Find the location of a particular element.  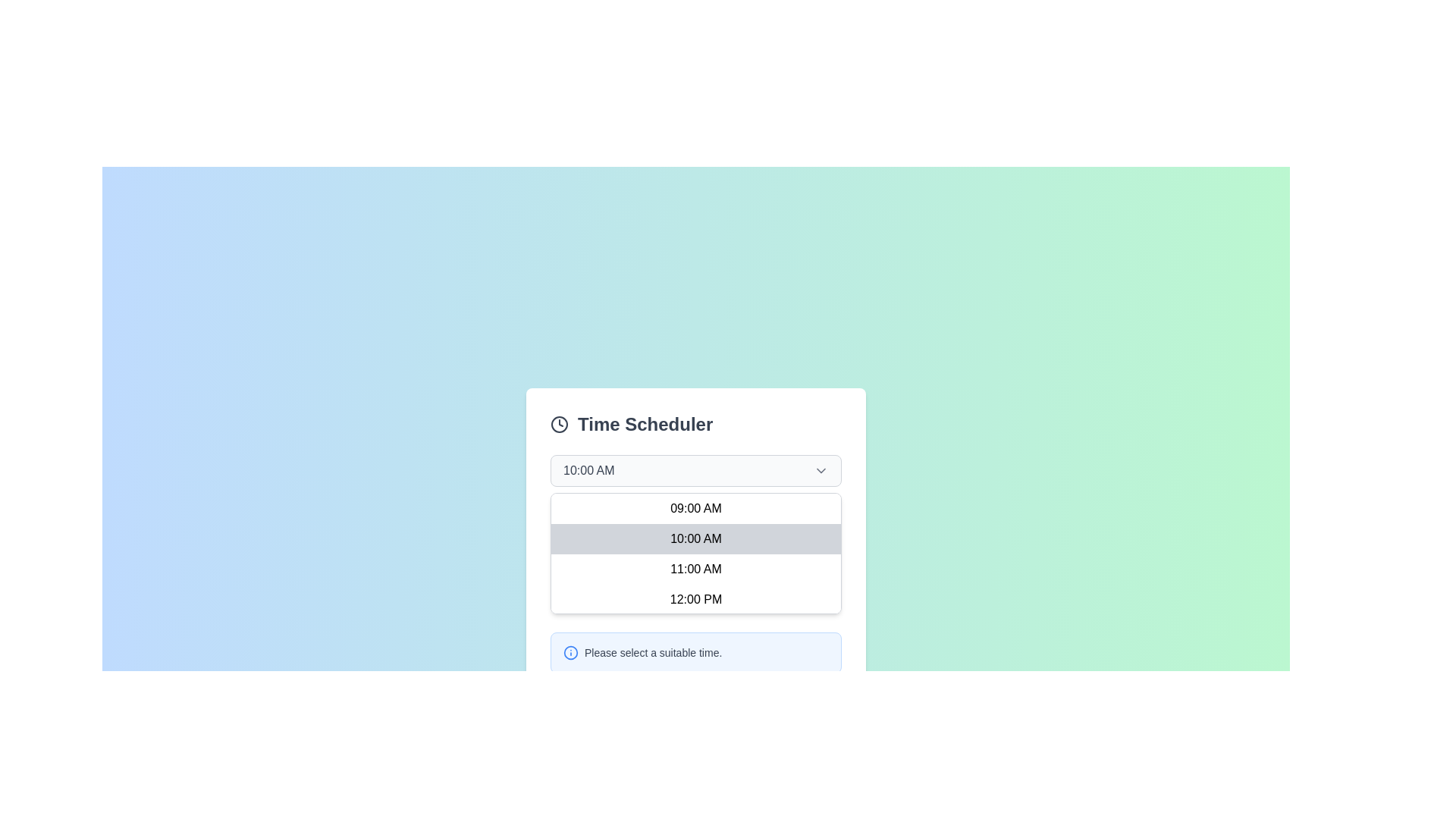

the fourth selectable list item for the time '12:00 PM' in the schedule picker located beneath the 'Time Scheduler' header is located at coordinates (695, 598).